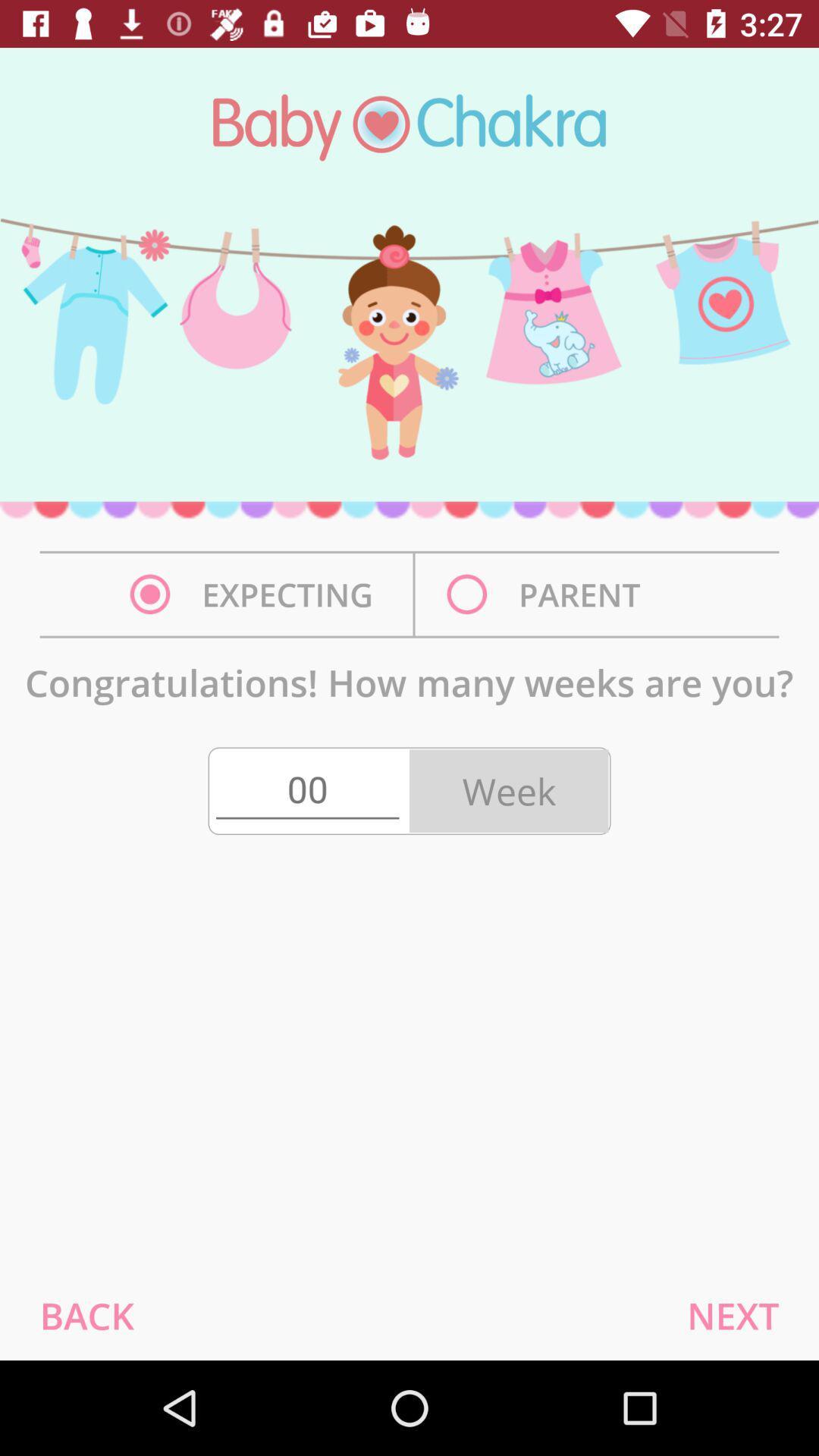  Describe the element at coordinates (255, 594) in the screenshot. I see `the expecting` at that location.